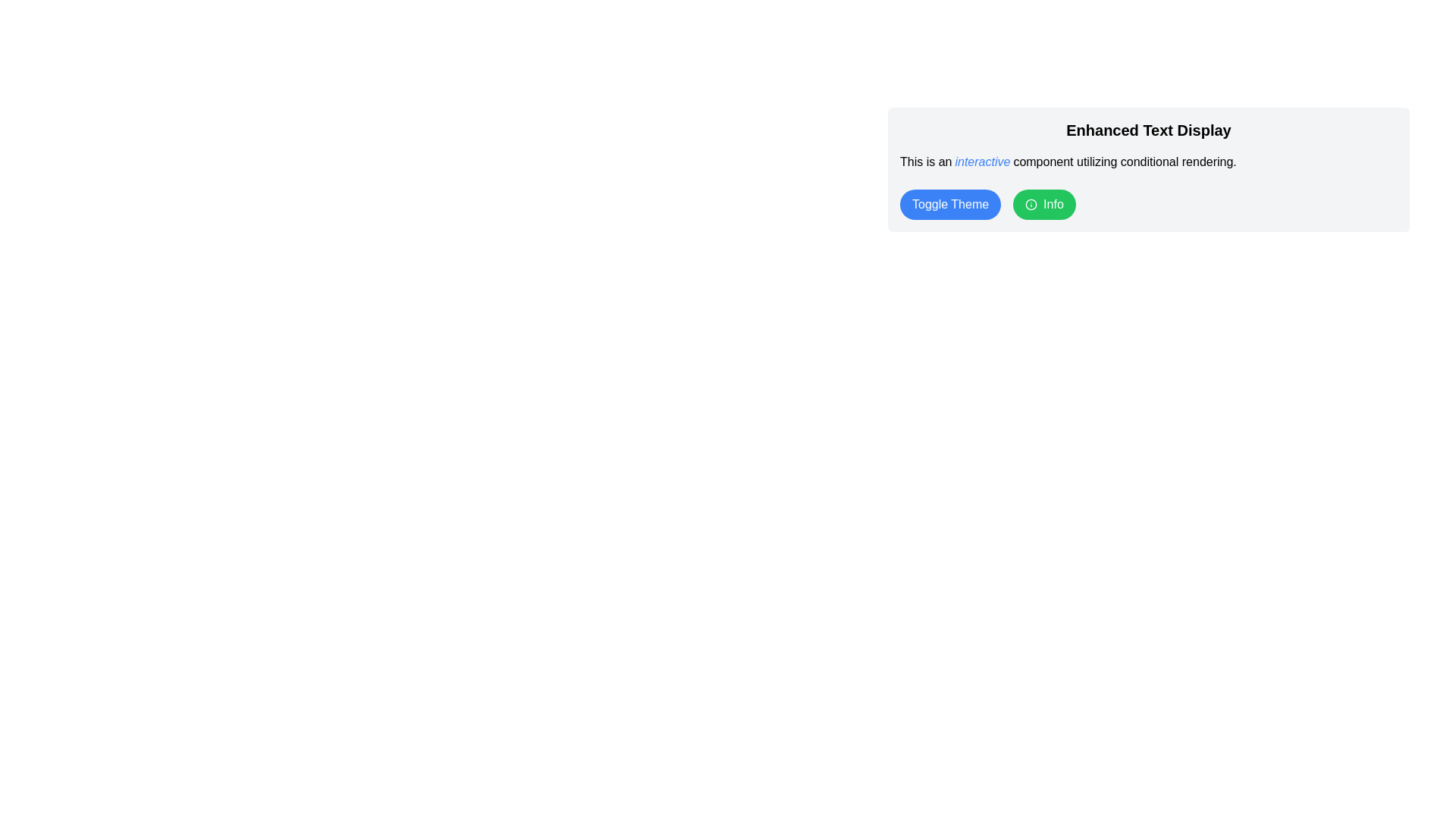 Image resolution: width=1456 pixels, height=819 pixels. I want to click on the italic blue text 'interactive' located within the 'Enhanced Text Display' box, positioned between 'This is an' and 'component utilizing conditional rendering.', so click(983, 162).